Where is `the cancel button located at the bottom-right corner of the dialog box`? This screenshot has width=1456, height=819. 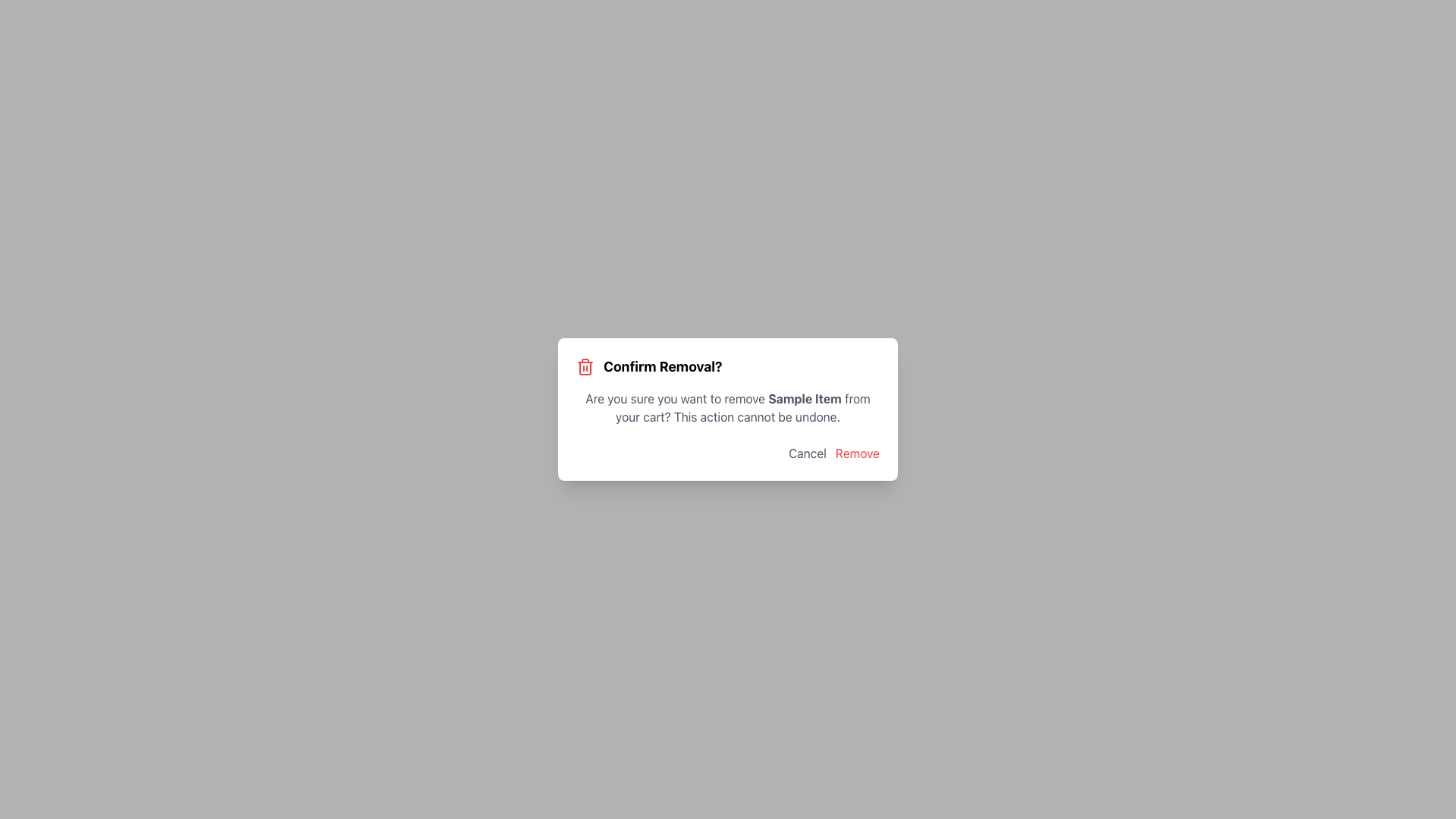
the cancel button located at the bottom-right corner of the dialog box is located at coordinates (807, 452).